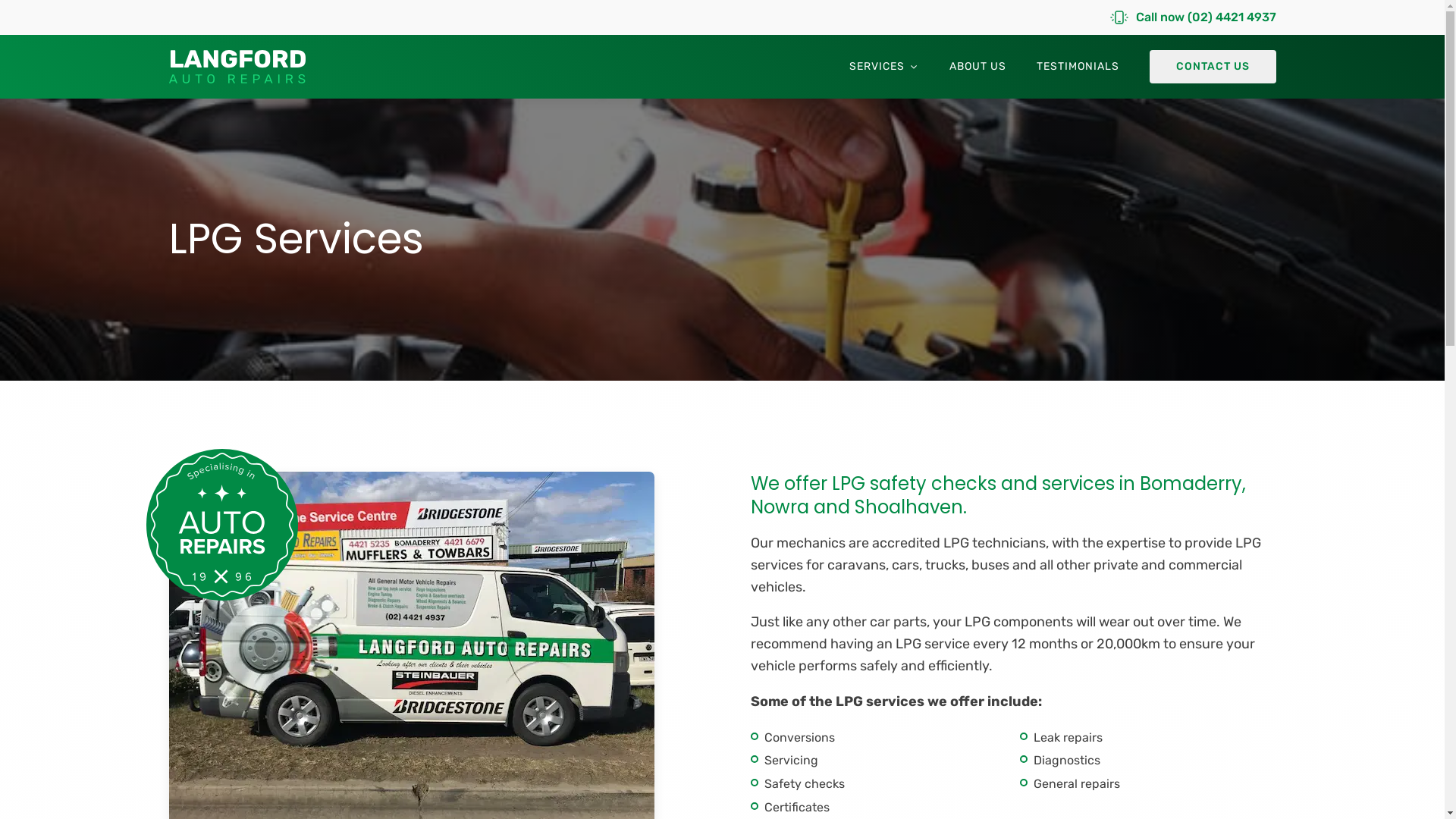 This screenshot has width=1456, height=819. What do you see at coordinates (1212, 66) in the screenshot?
I see `'CONTACT US'` at bounding box center [1212, 66].